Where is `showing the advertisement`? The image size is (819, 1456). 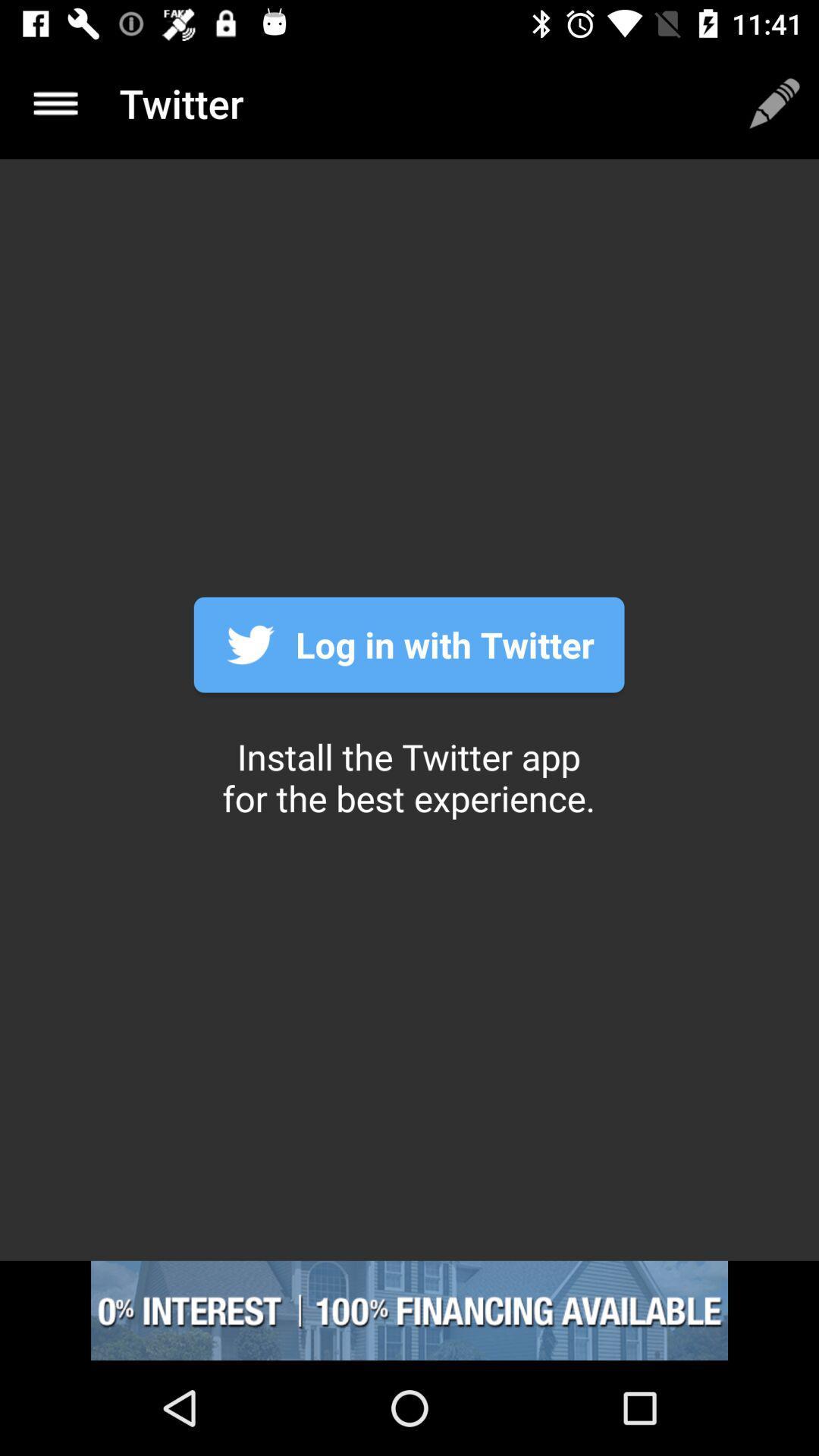 showing the advertisement is located at coordinates (409, 1310).